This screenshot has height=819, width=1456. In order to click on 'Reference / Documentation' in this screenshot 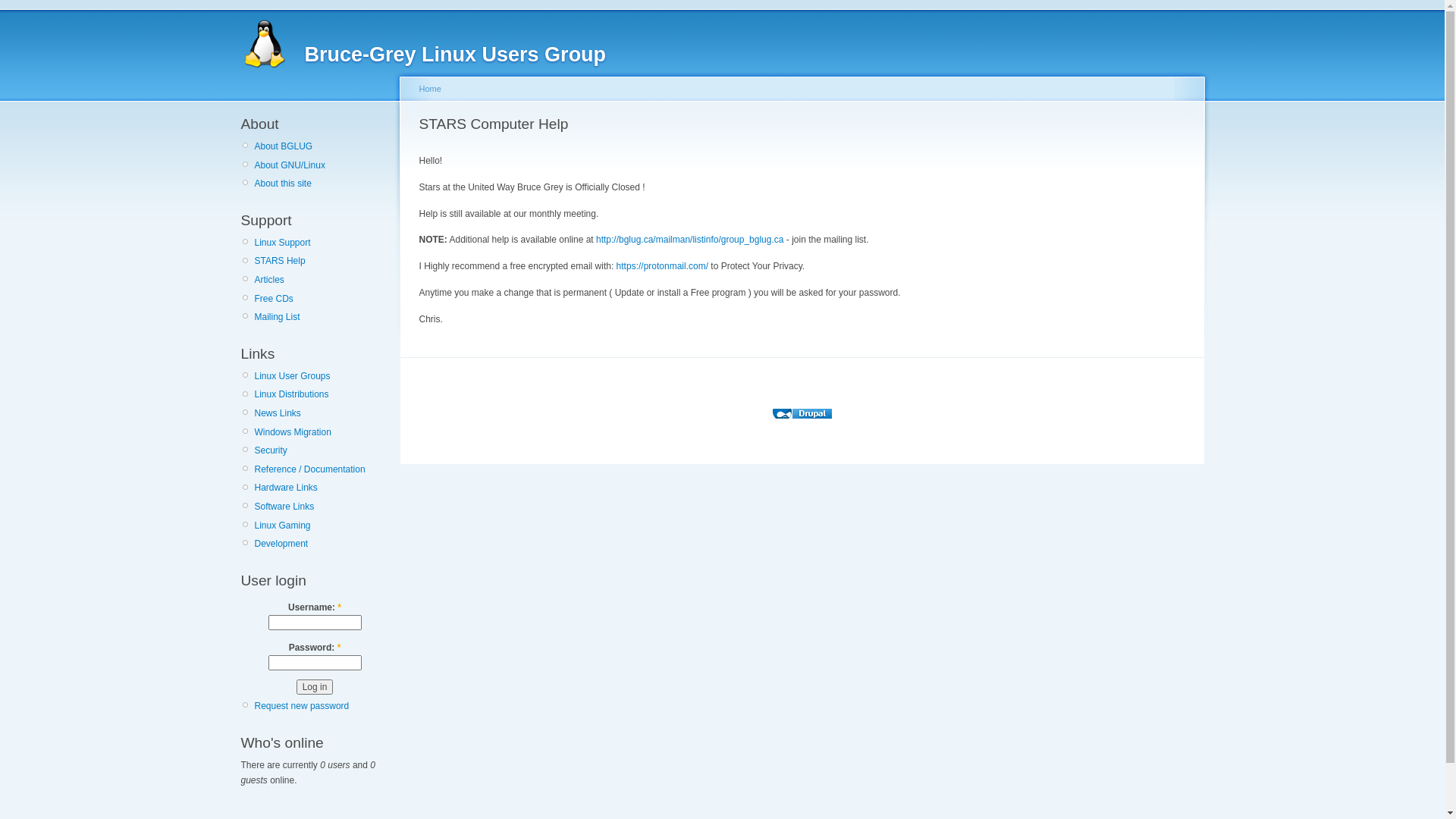, I will do `click(321, 468)`.